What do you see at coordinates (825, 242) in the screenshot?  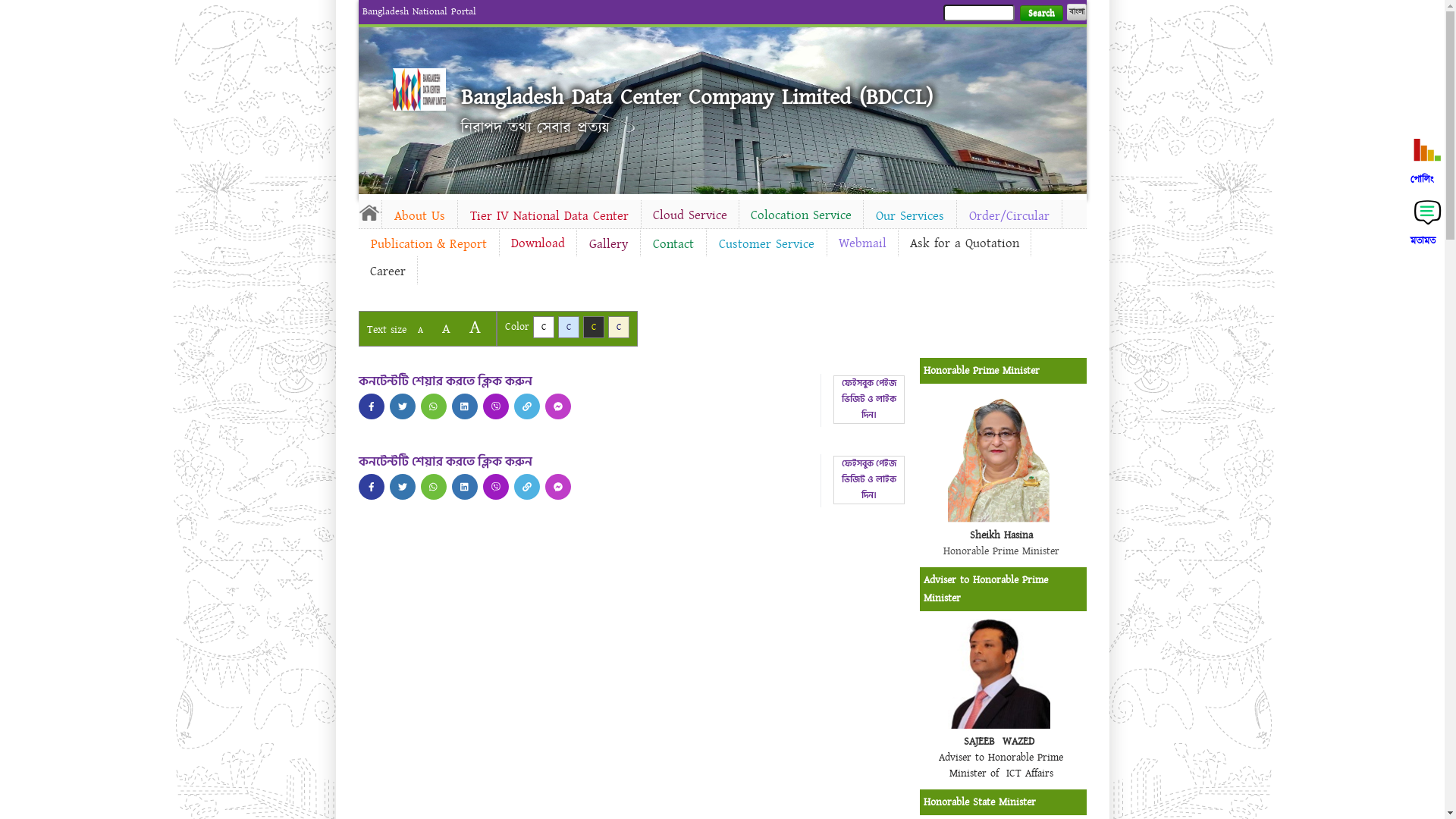 I see `'Webmail'` at bounding box center [825, 242].